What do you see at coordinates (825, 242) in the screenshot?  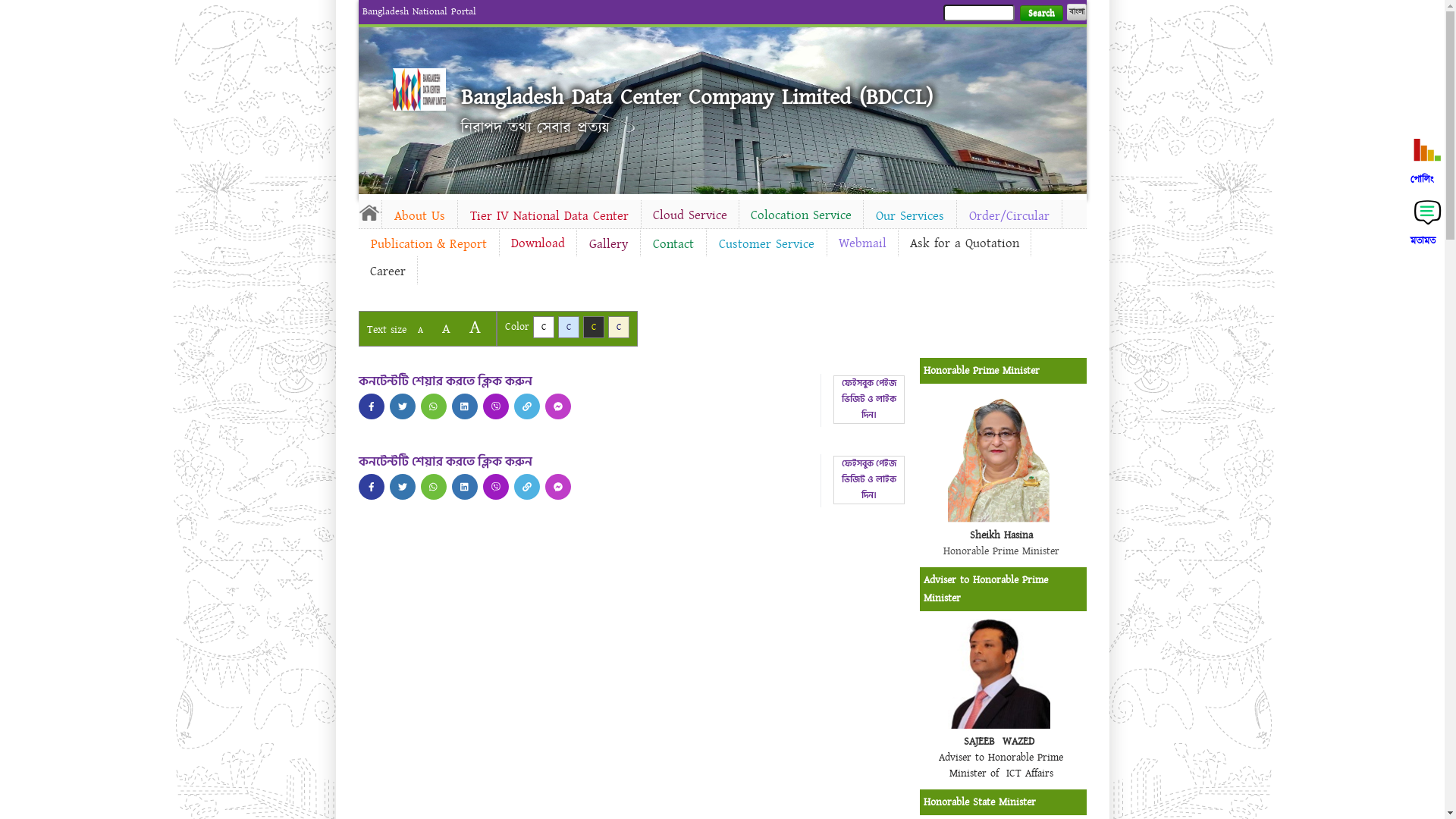 I see `'Webmail'` at bounding box center [825, 242].